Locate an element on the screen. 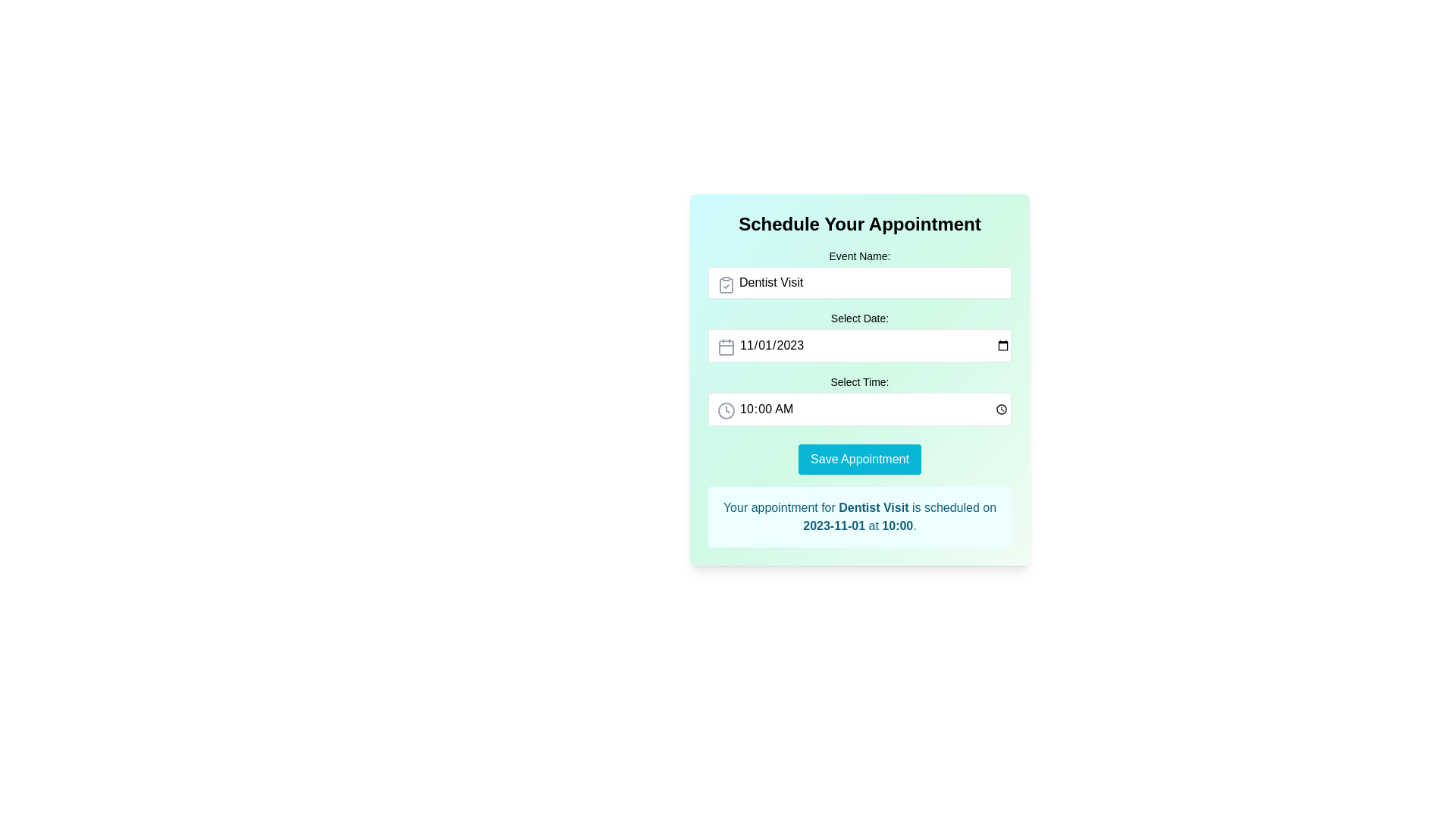 This screenshot has height=819, width=1456. all text in the text input field for the event name, which is located below the label 'Event Name:' and has a default value of 'Dentist Visit' is located at coordinates (859, 283).